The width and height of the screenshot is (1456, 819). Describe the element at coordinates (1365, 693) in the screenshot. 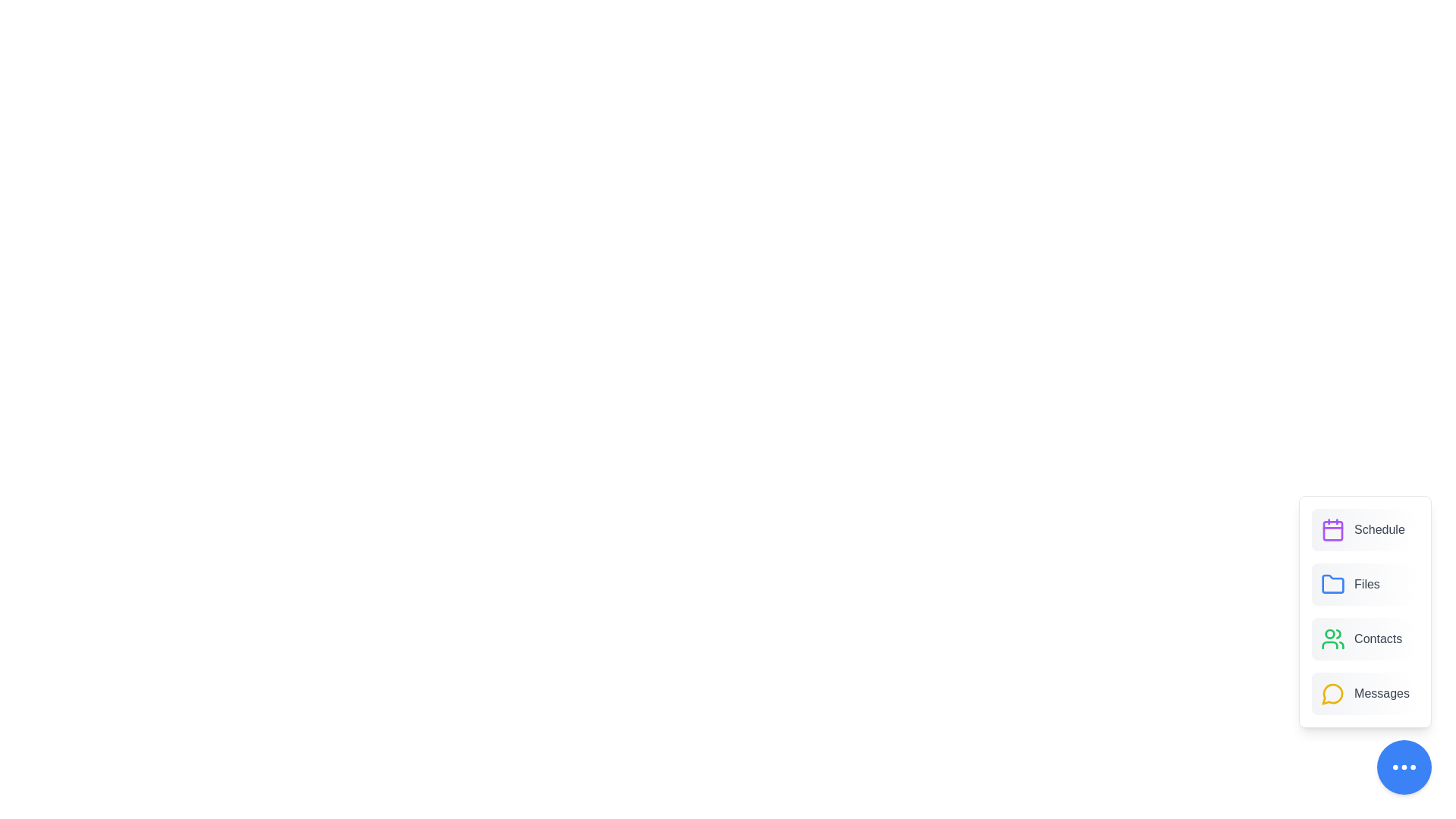

I see `the 'Messages' button to select it` at that location.